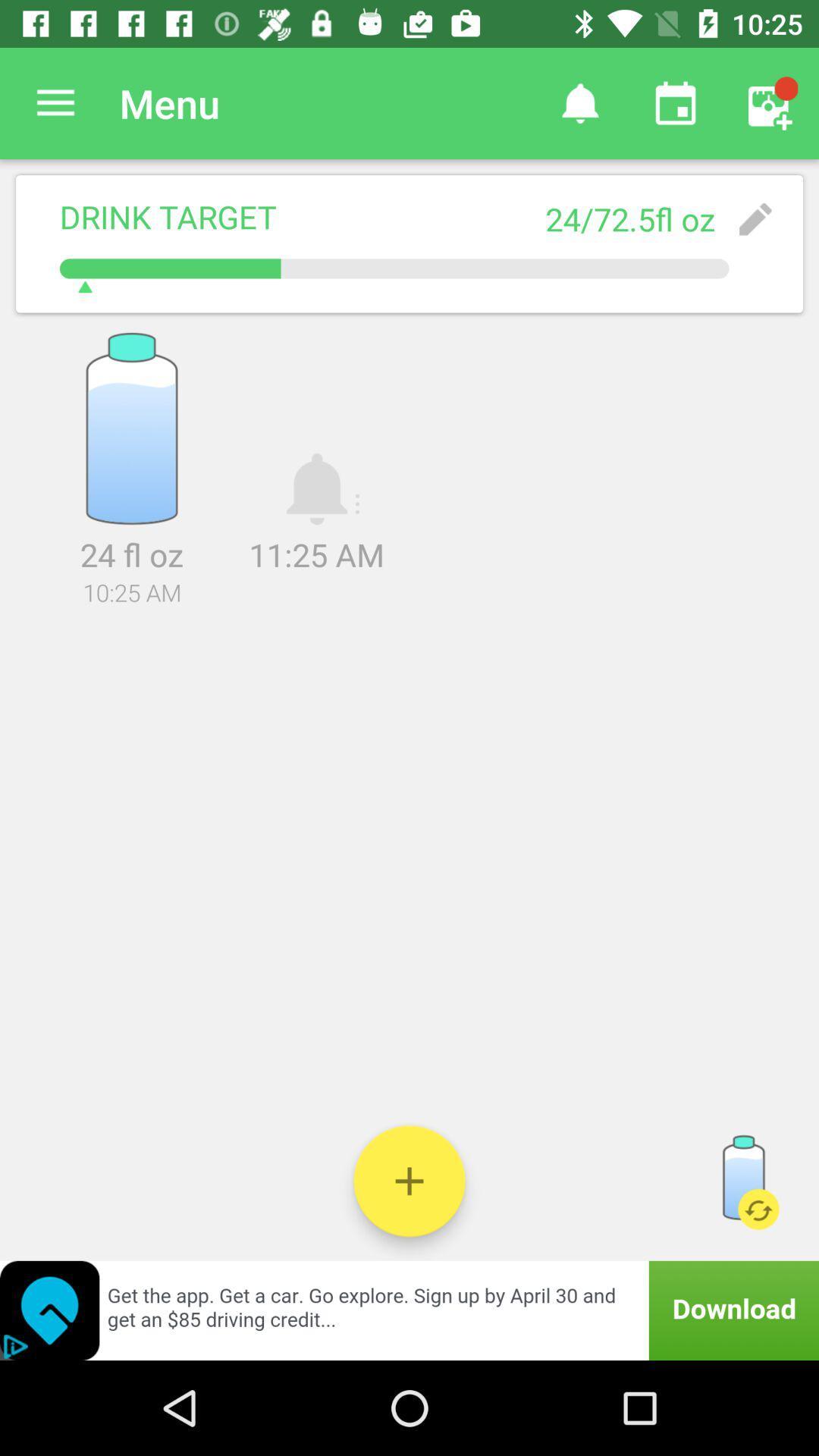 Image resolution: width=819 pixels, height=1456 pixels. I want to click on another bottle, so click(409, 1180).